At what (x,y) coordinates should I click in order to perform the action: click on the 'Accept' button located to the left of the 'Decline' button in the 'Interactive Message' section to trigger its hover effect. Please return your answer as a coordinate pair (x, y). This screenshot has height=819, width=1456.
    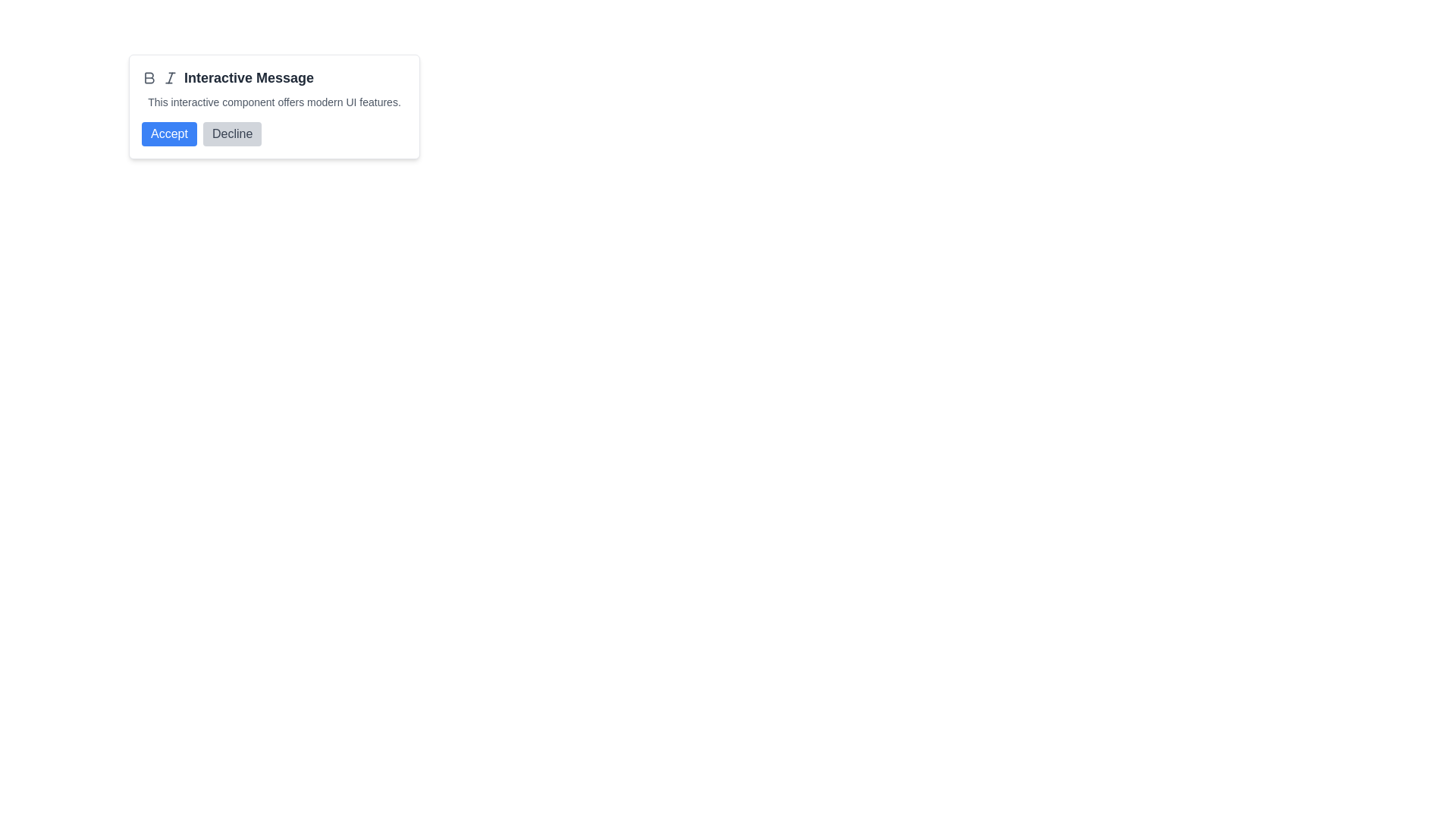
    Looking at the image, I should click on (169, 133).